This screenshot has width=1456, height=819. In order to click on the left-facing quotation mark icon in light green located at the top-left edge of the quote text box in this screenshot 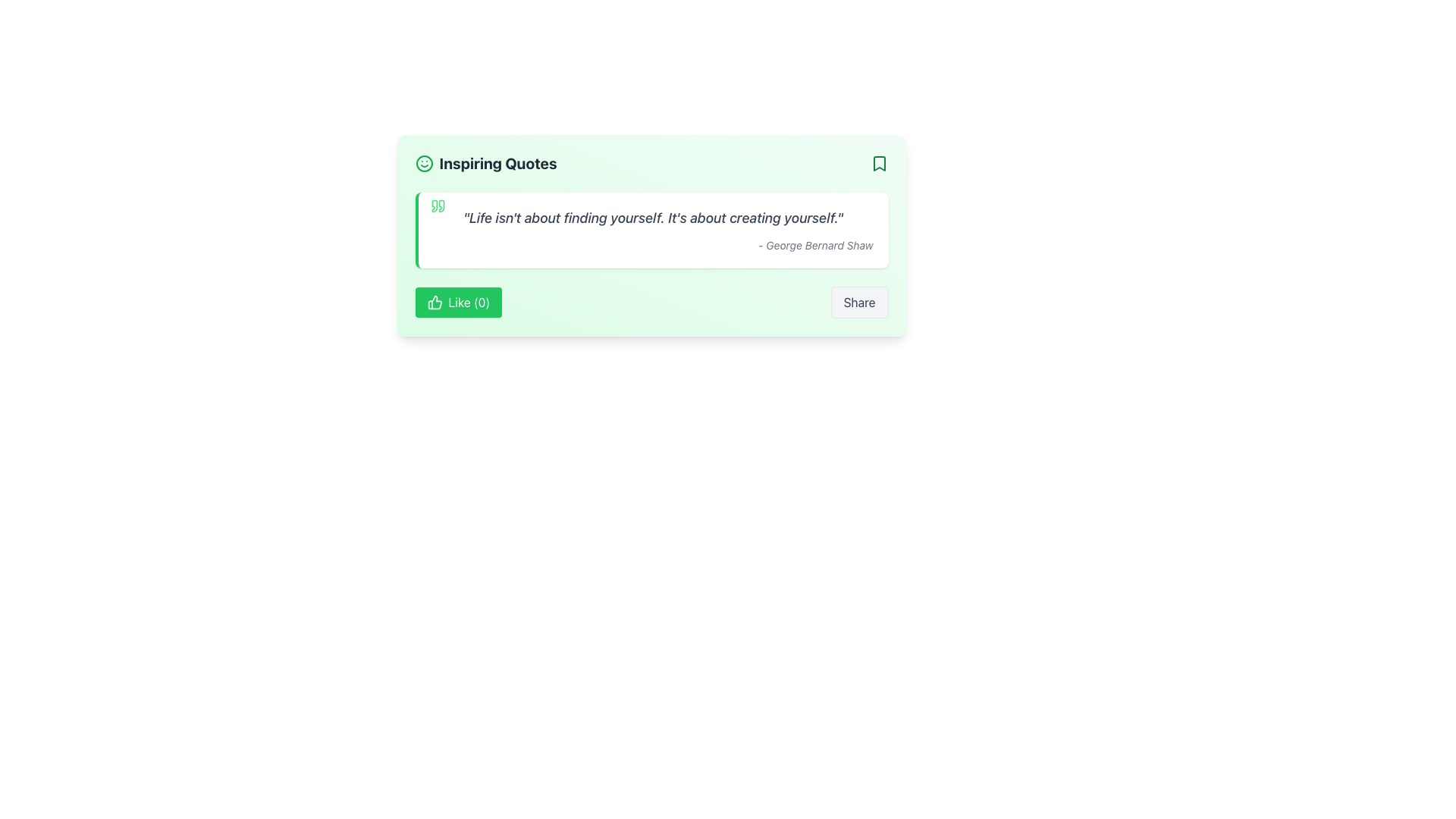, I will do `click(433, 206)`.